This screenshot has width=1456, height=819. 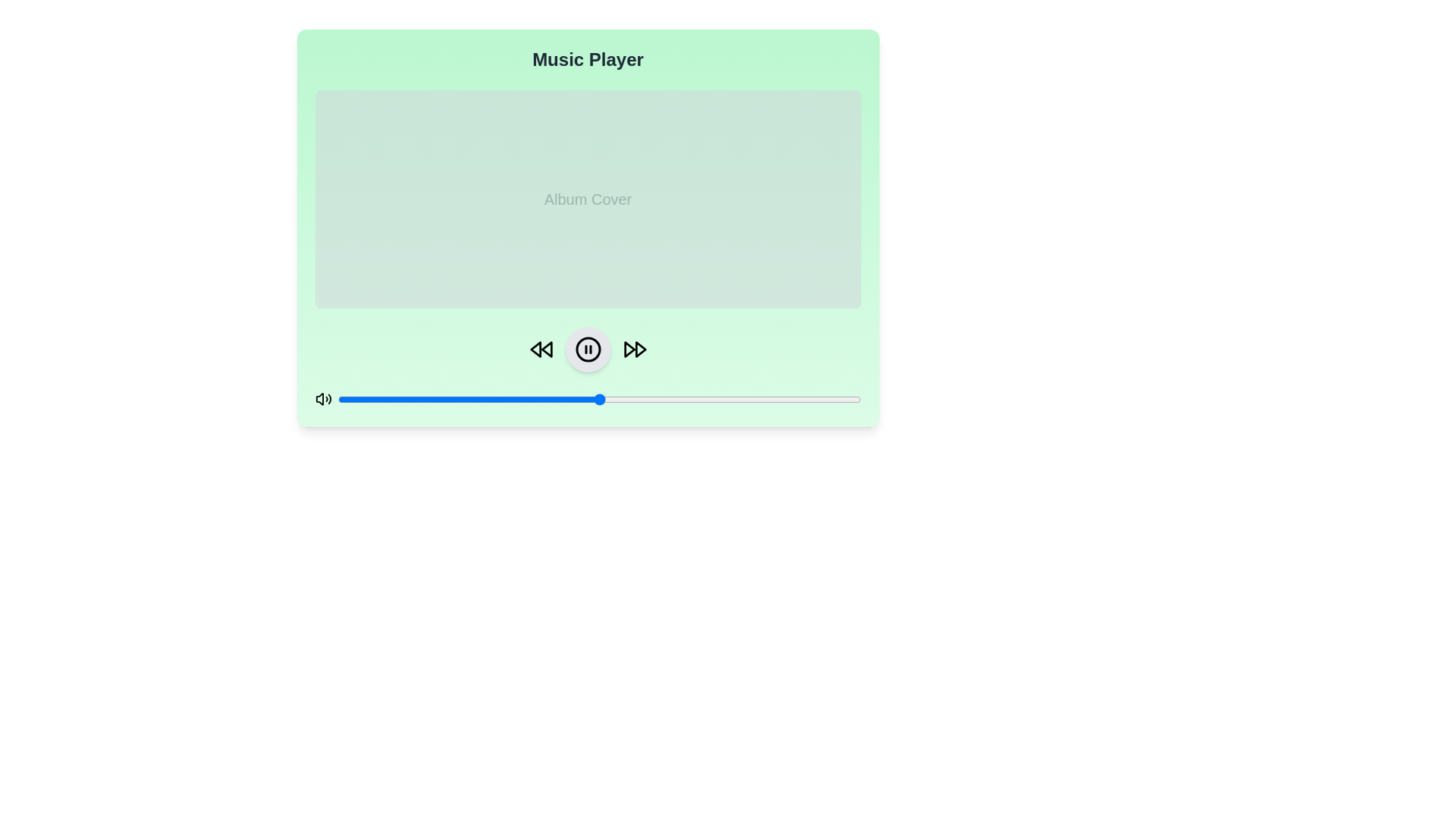 I want to click on the leftward-facing triangular arrow button associated with the rewind function in the music player interface, so click(x=535, y=350).